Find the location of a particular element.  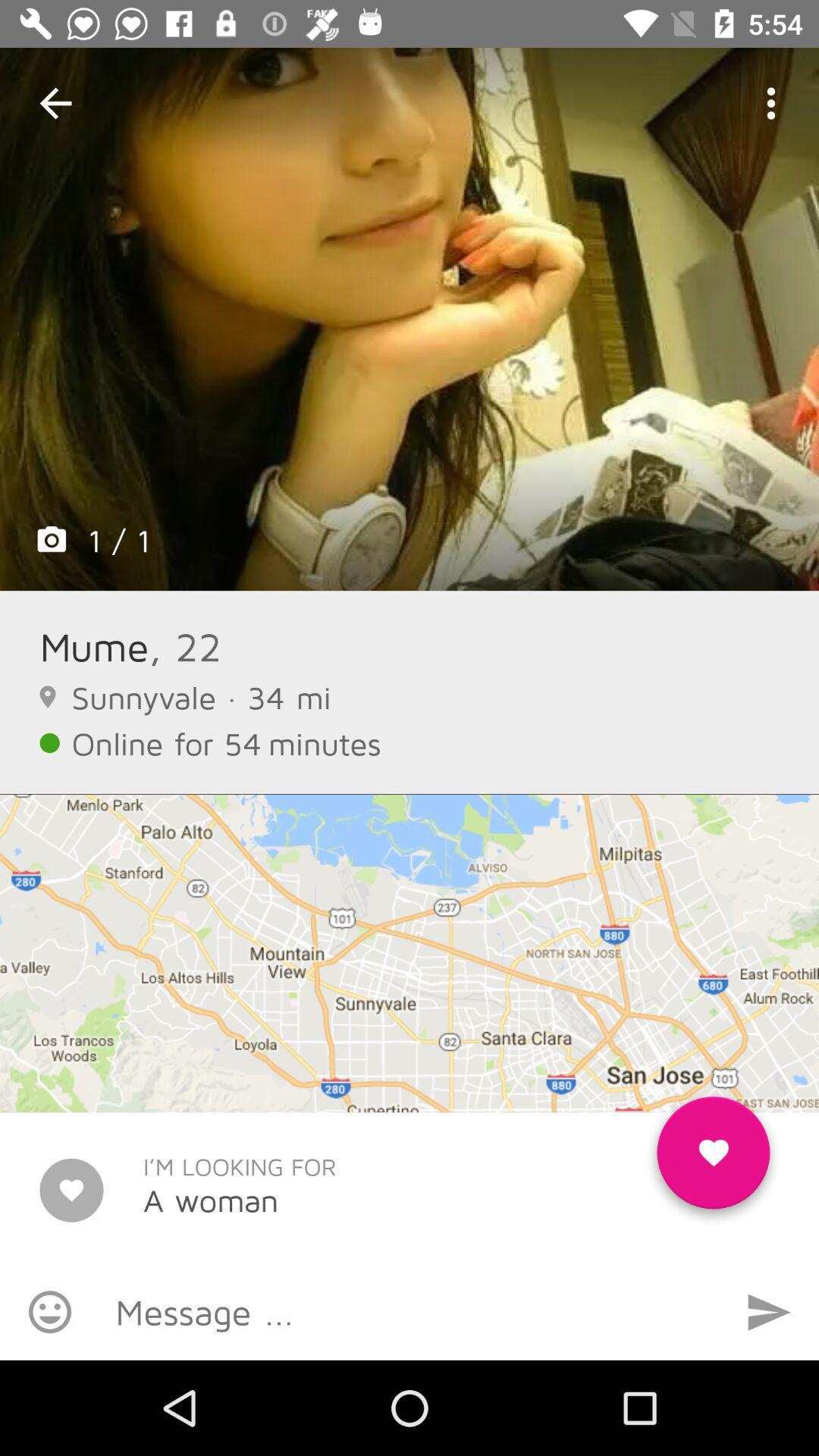

the favorite icon is located at coordinates (713, 1158).